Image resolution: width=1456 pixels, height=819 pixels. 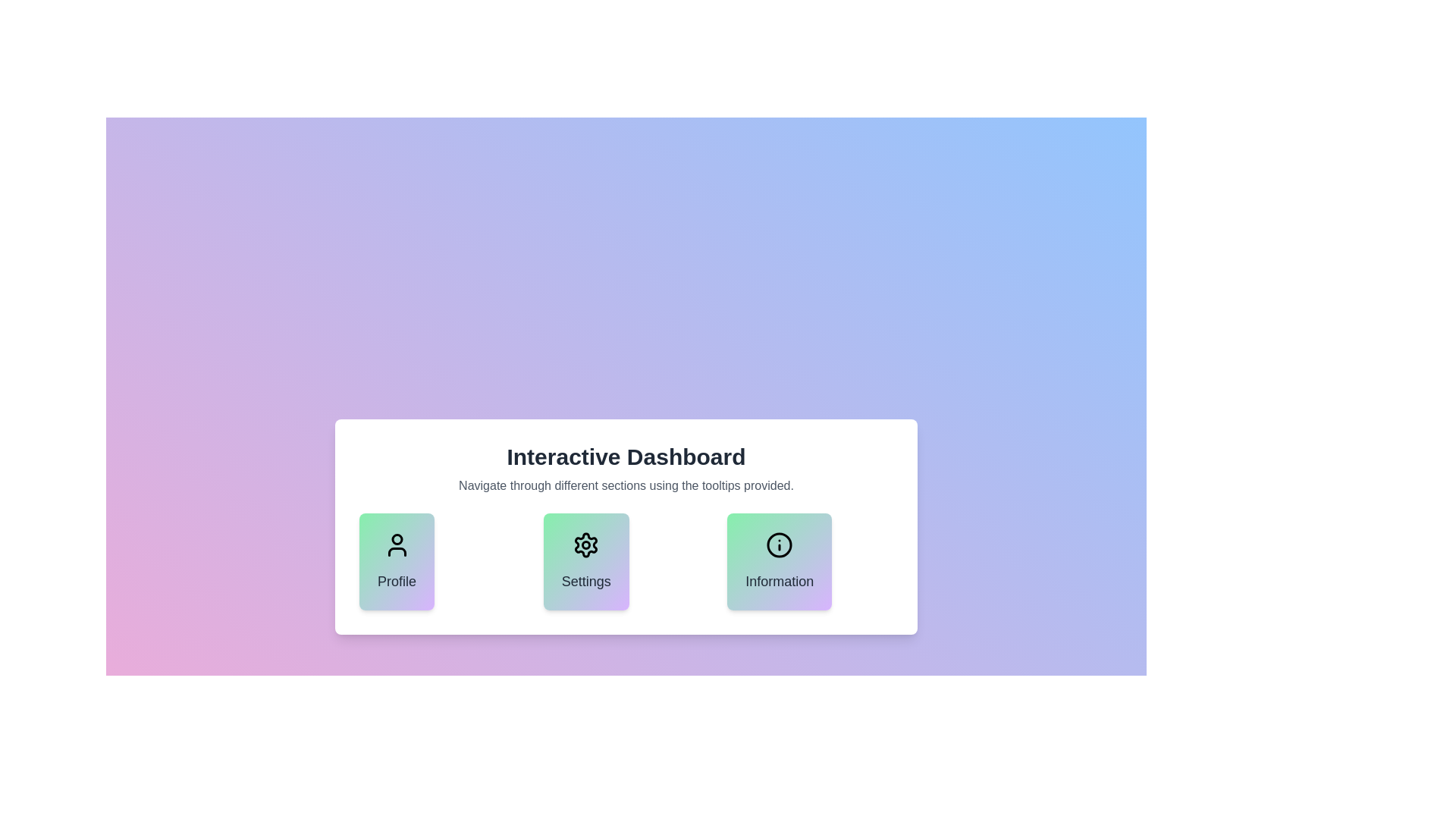 I want to click on the 'Settings' button, which is a rounded rectangle with a gradient background and a gear icon, so click(x=626, y=526).